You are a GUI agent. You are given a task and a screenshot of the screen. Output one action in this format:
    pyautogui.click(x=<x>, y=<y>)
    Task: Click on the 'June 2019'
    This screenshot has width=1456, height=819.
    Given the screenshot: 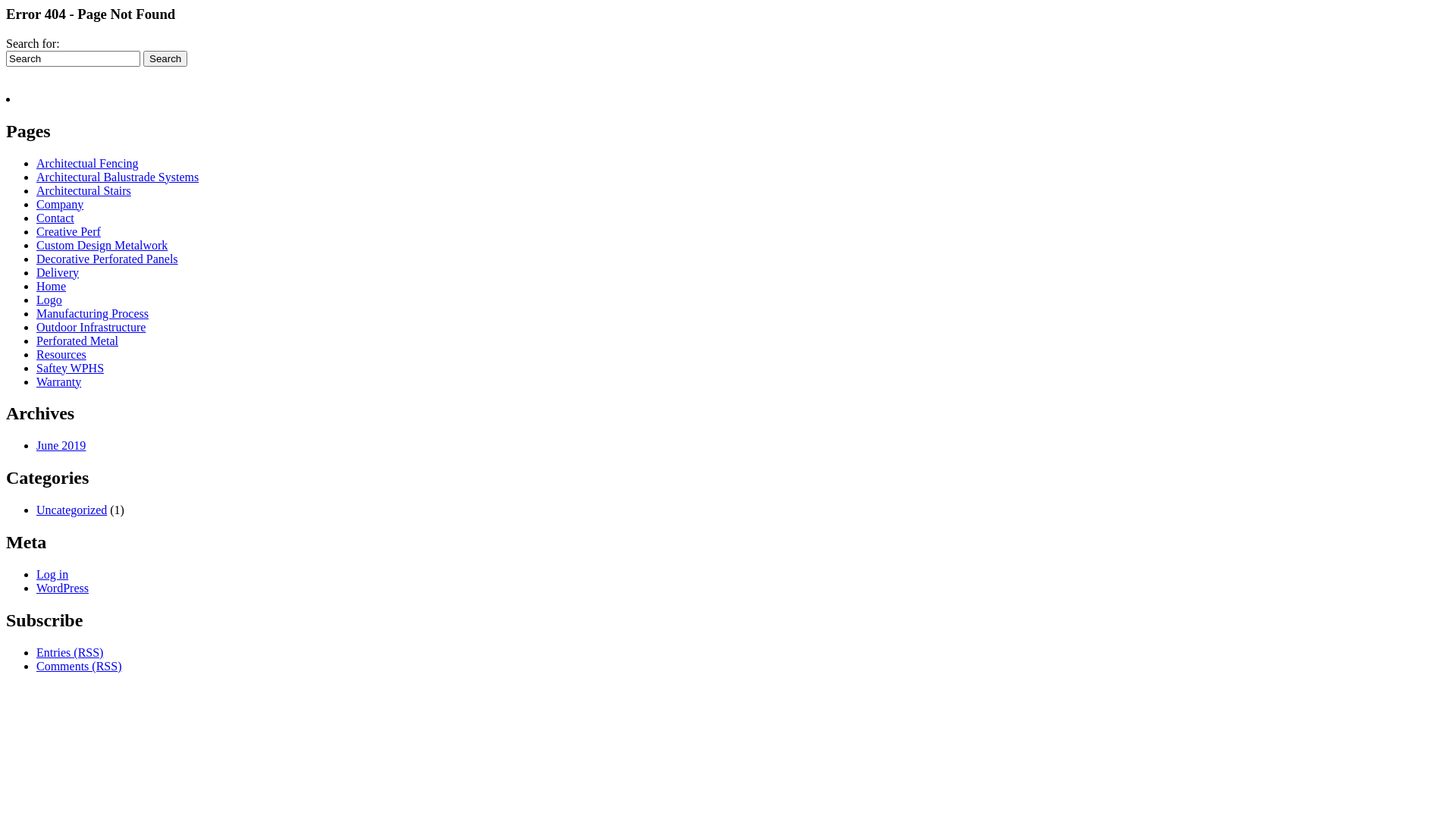 What is the action you would take?
    pyautogui.click(x=61, y=444)
    